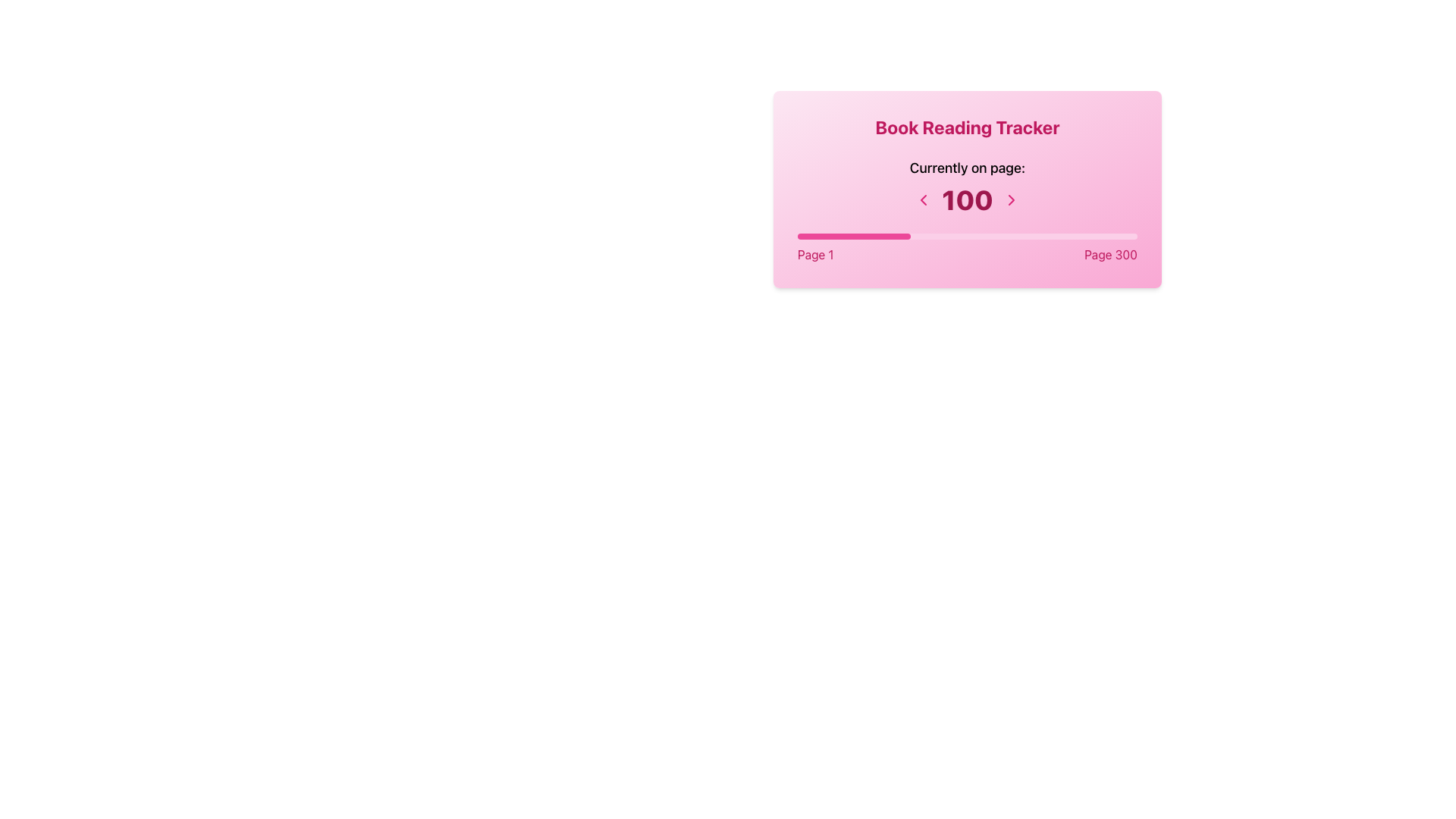  What do you see at coordinates (967, 186) in the screenshot?
I see `current page number displayed in the composite UI component showing 'Currently on page: 100' with the number 100 highlighted in bold` at bounding box center [967, 186].